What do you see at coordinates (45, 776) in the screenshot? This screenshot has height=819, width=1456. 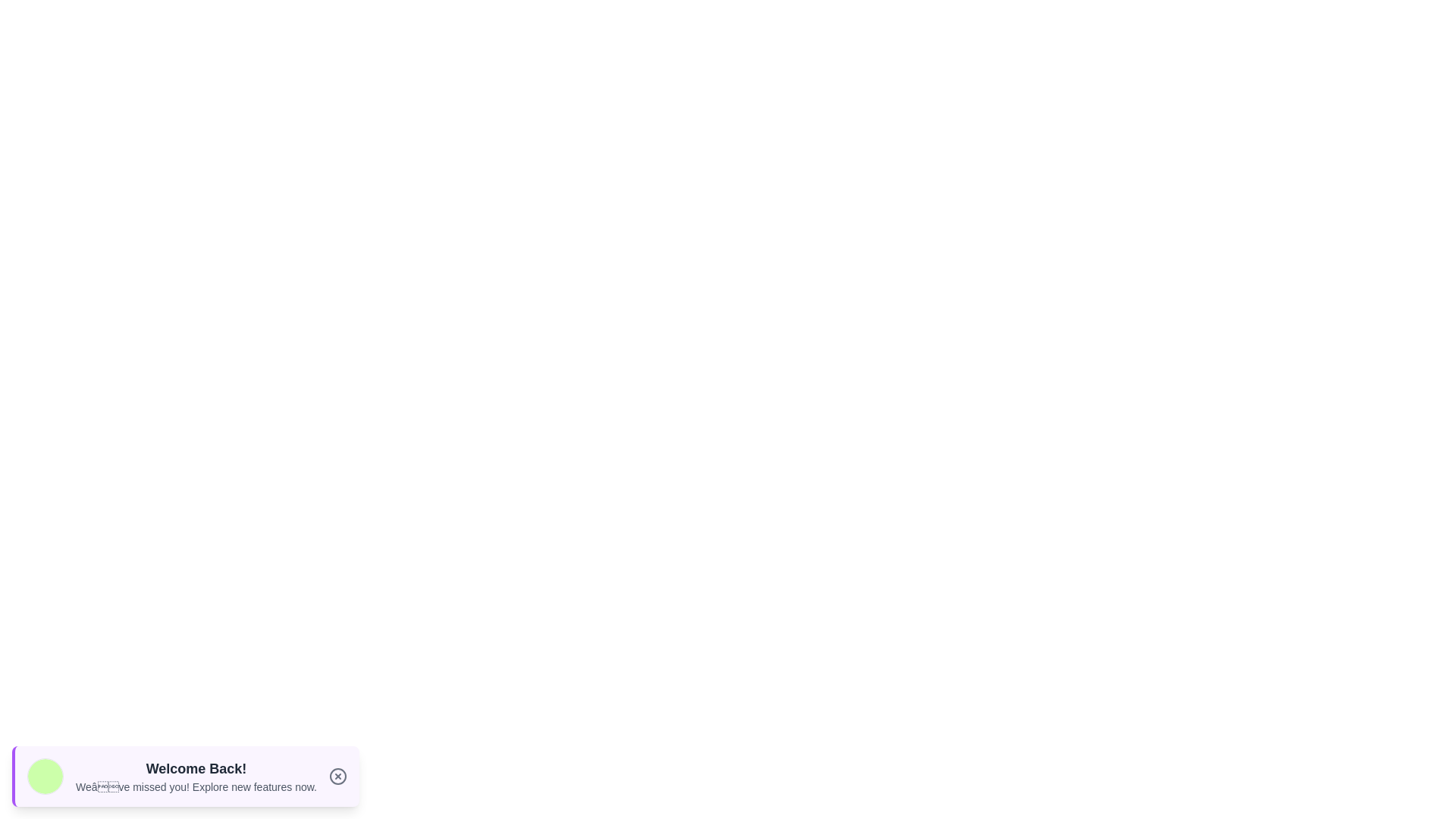 I see `the user avatar image to interact with it` at bounding box center [45, 776].